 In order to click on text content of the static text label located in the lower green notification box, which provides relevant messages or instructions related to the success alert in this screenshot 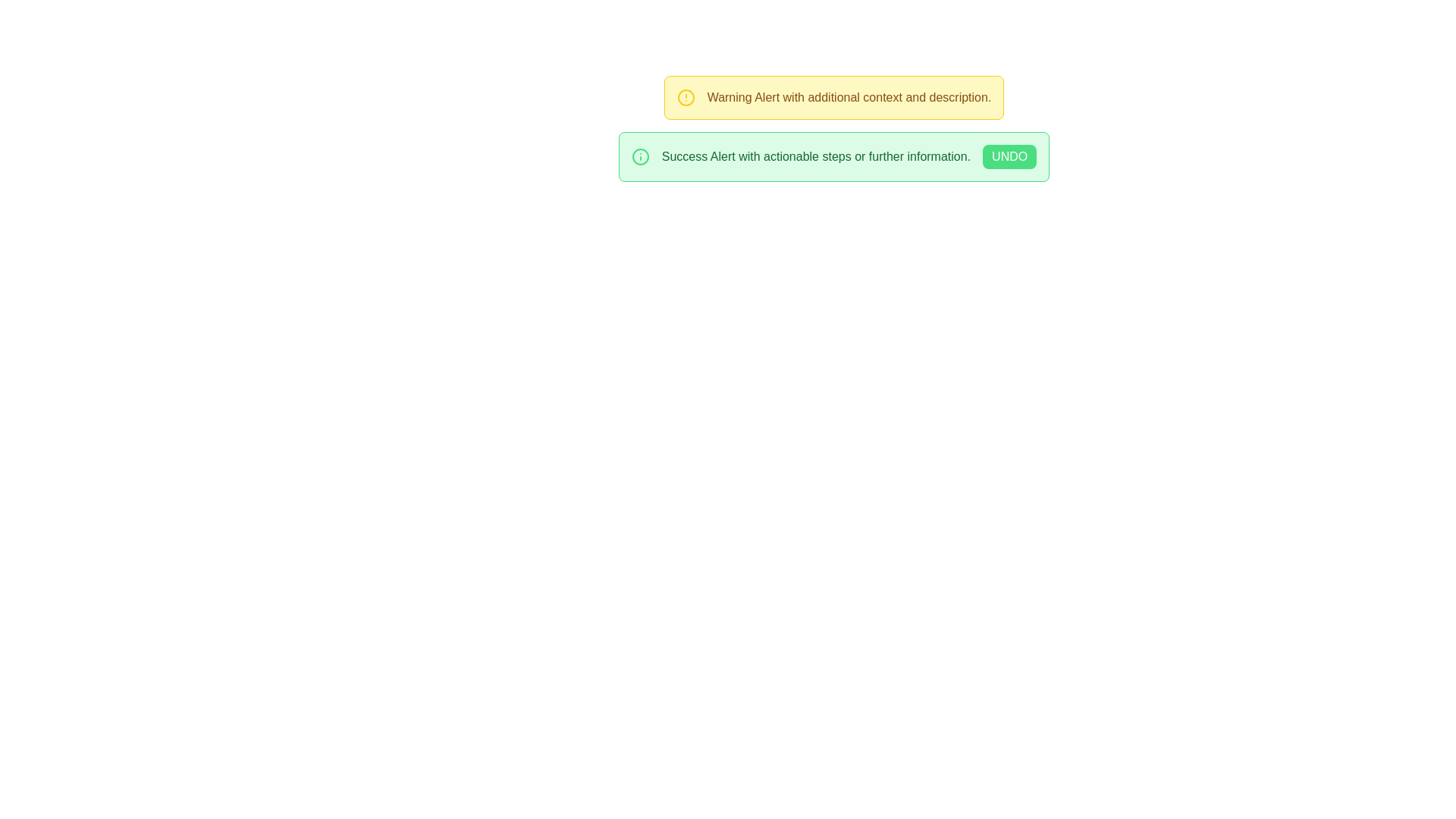, I will do `click(815, 157)`.